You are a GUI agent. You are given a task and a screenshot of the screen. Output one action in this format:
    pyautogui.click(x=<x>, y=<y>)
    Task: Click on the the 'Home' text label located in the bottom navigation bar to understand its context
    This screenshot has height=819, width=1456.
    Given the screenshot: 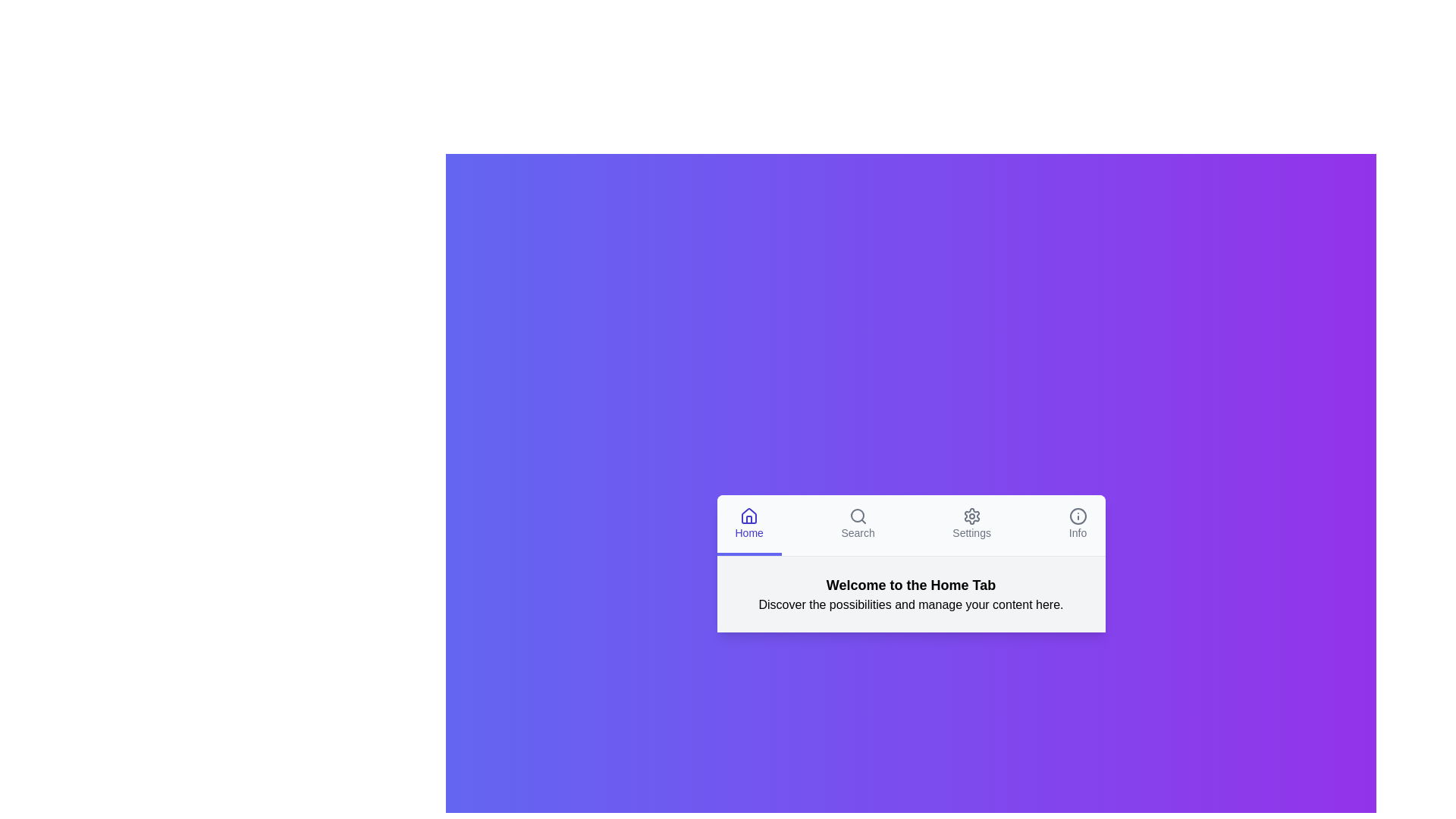 What is the action you would take?
    pyautogui.click(x=749, y=532)
    